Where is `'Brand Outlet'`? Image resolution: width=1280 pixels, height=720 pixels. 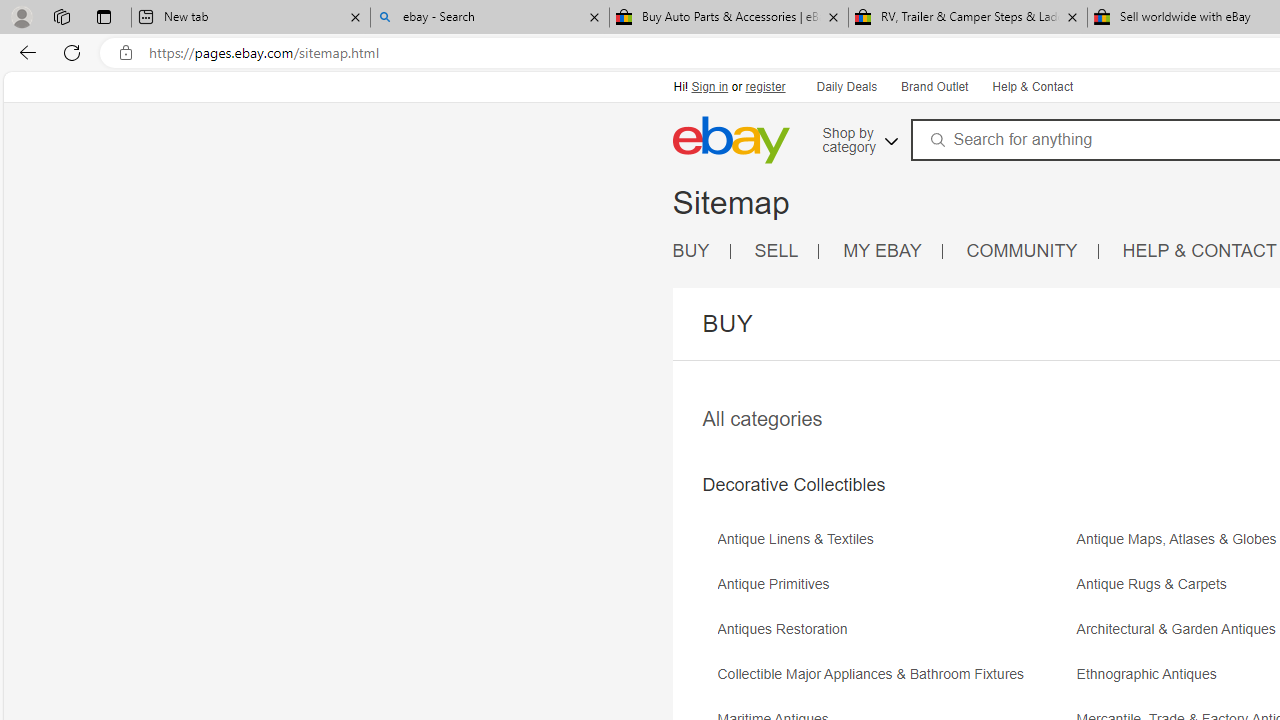
'Brand Outlet' is located at coordinates (932, 85).